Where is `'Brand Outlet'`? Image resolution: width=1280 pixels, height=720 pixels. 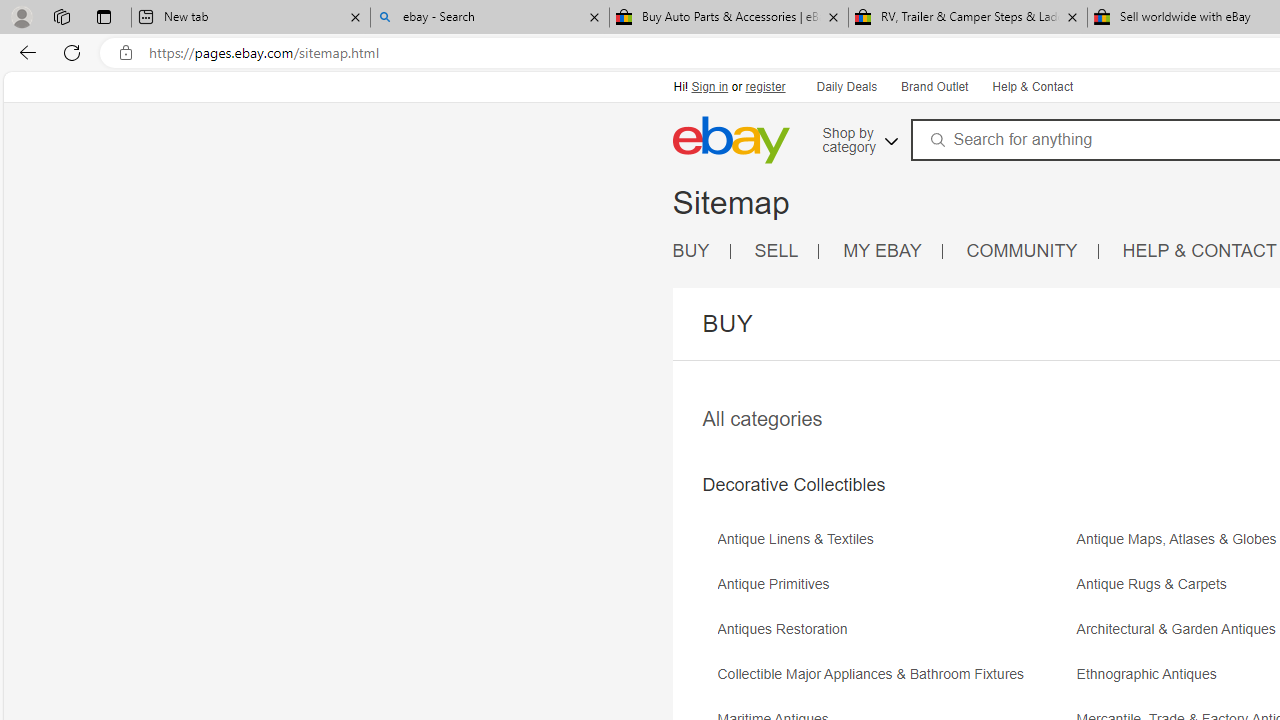
'Brand Outlet' is located at coordinates (932, 85).